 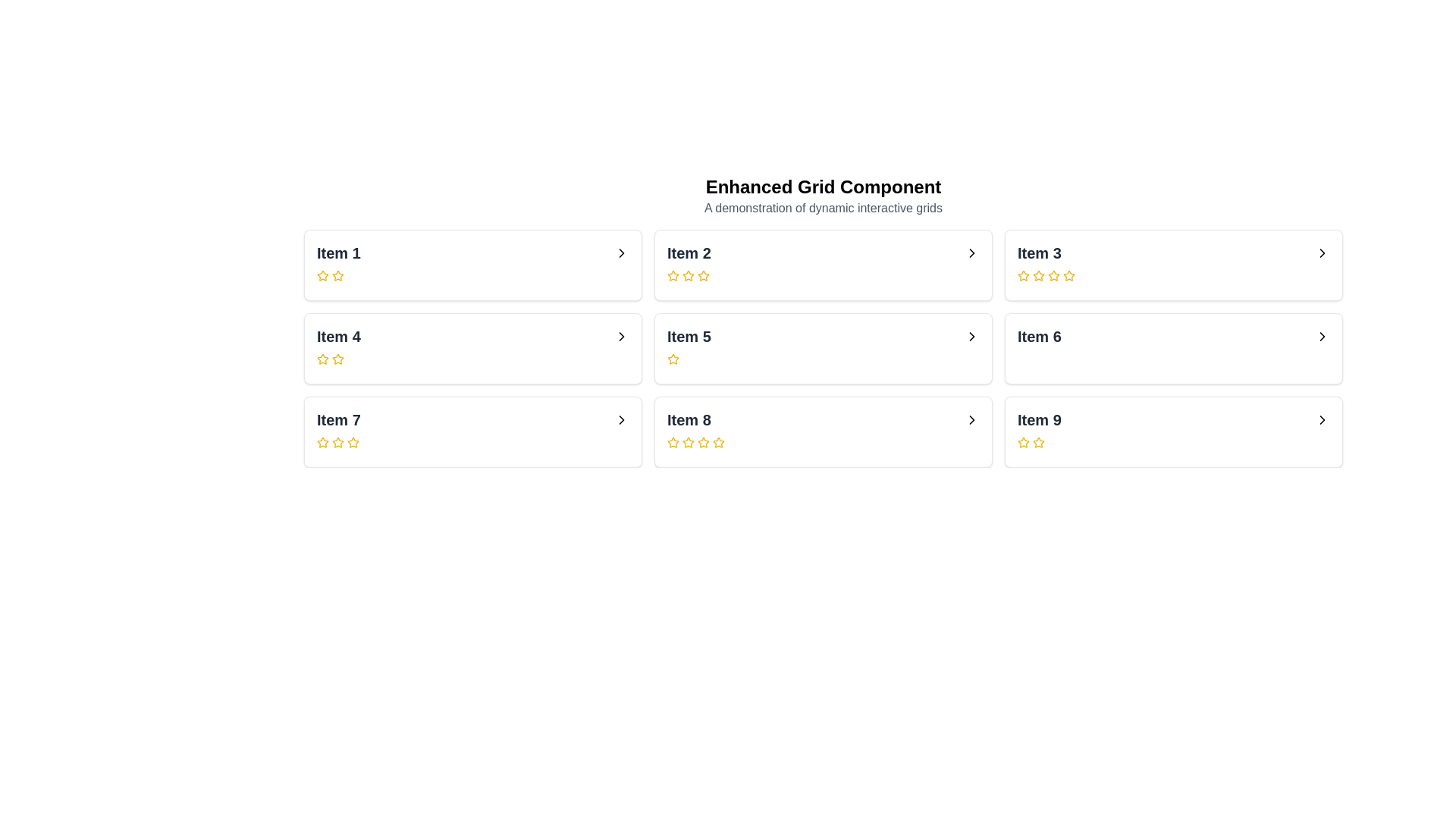 What do you see at coordinates (822, 275) in the screenshot?
I see `the Rating stars component, which consists of five yellow star icons located within the card labeled 'Item 2' below the card title` at bounding box center [822, 275].